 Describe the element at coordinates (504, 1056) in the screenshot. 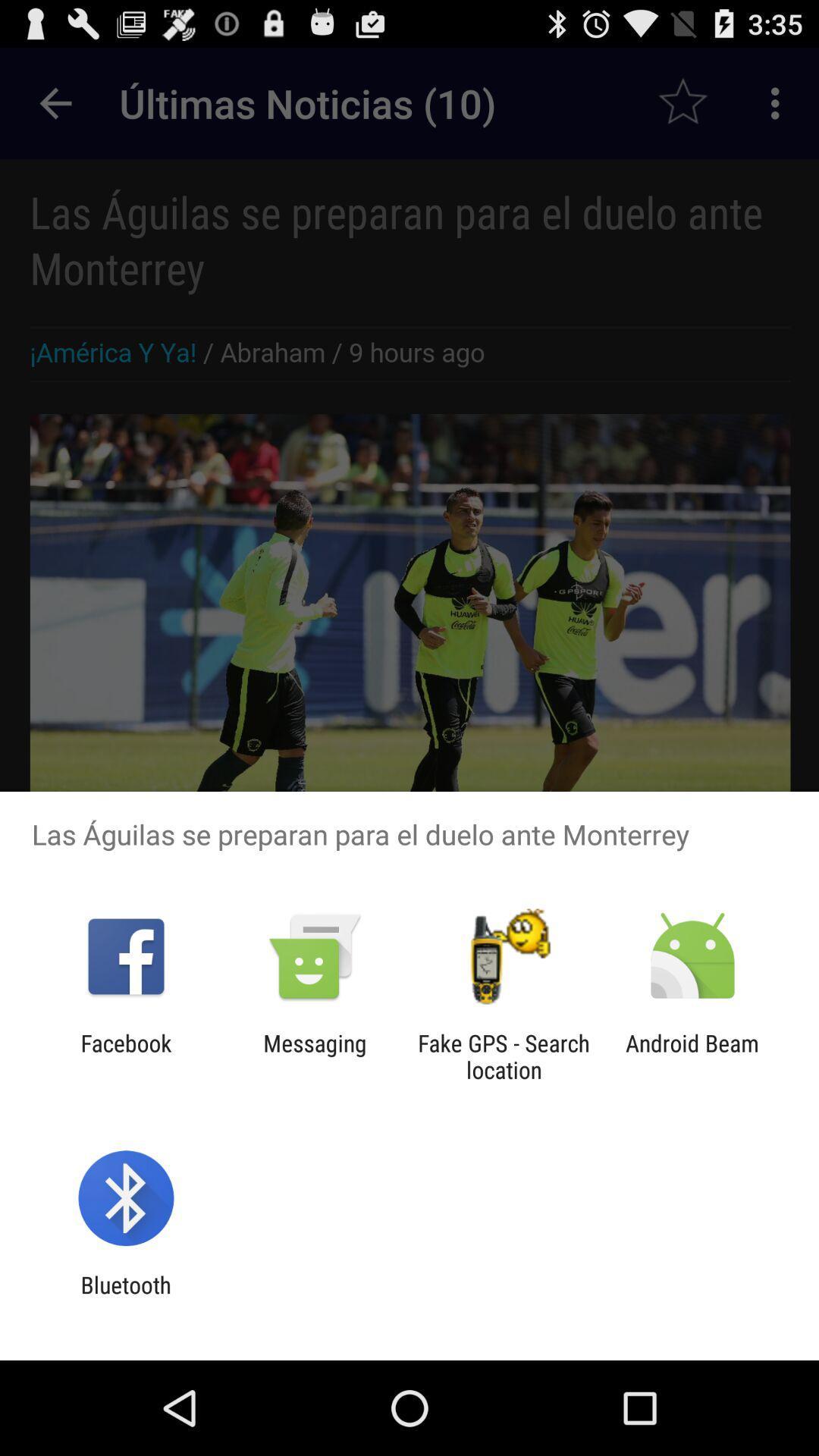

I see `app next to messaging` at that location.